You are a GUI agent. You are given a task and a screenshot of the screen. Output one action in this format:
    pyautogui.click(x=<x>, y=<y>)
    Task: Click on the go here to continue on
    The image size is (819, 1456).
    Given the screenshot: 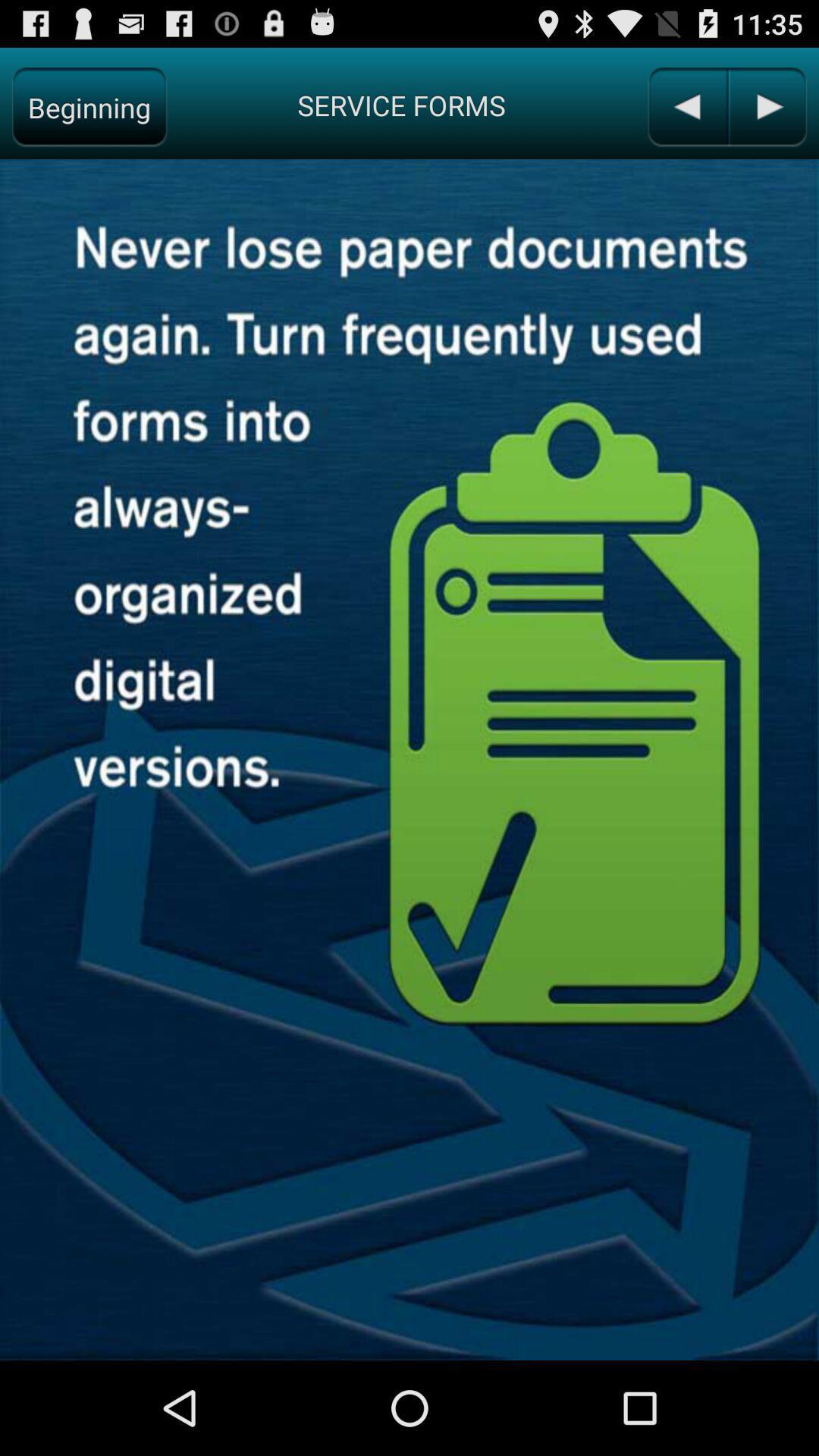 What is the action you would take?
    pyautogui.click(x=767, y=106)
    